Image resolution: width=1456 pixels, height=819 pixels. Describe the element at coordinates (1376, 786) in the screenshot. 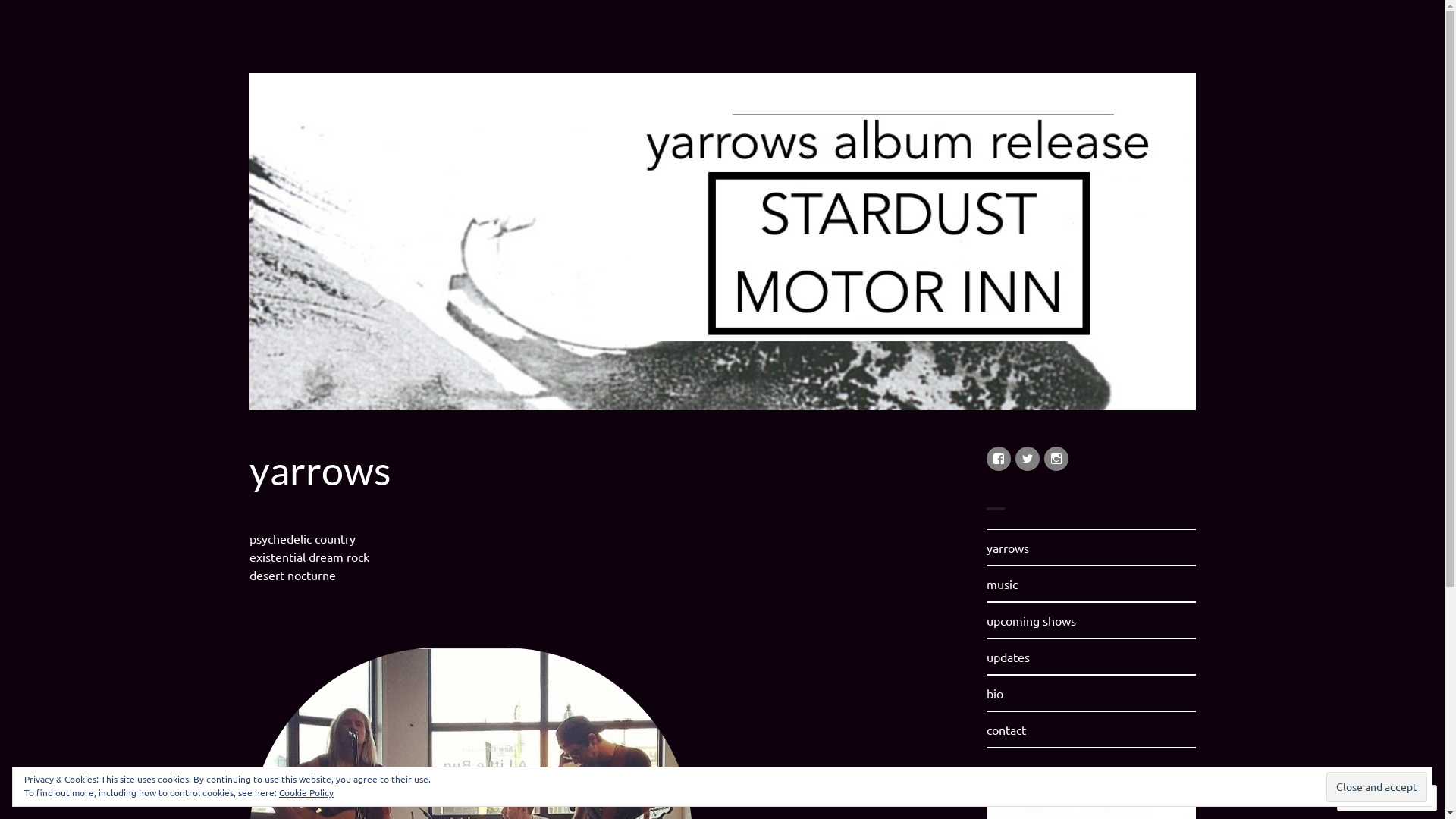

I see `'Close and accept'` at that location.